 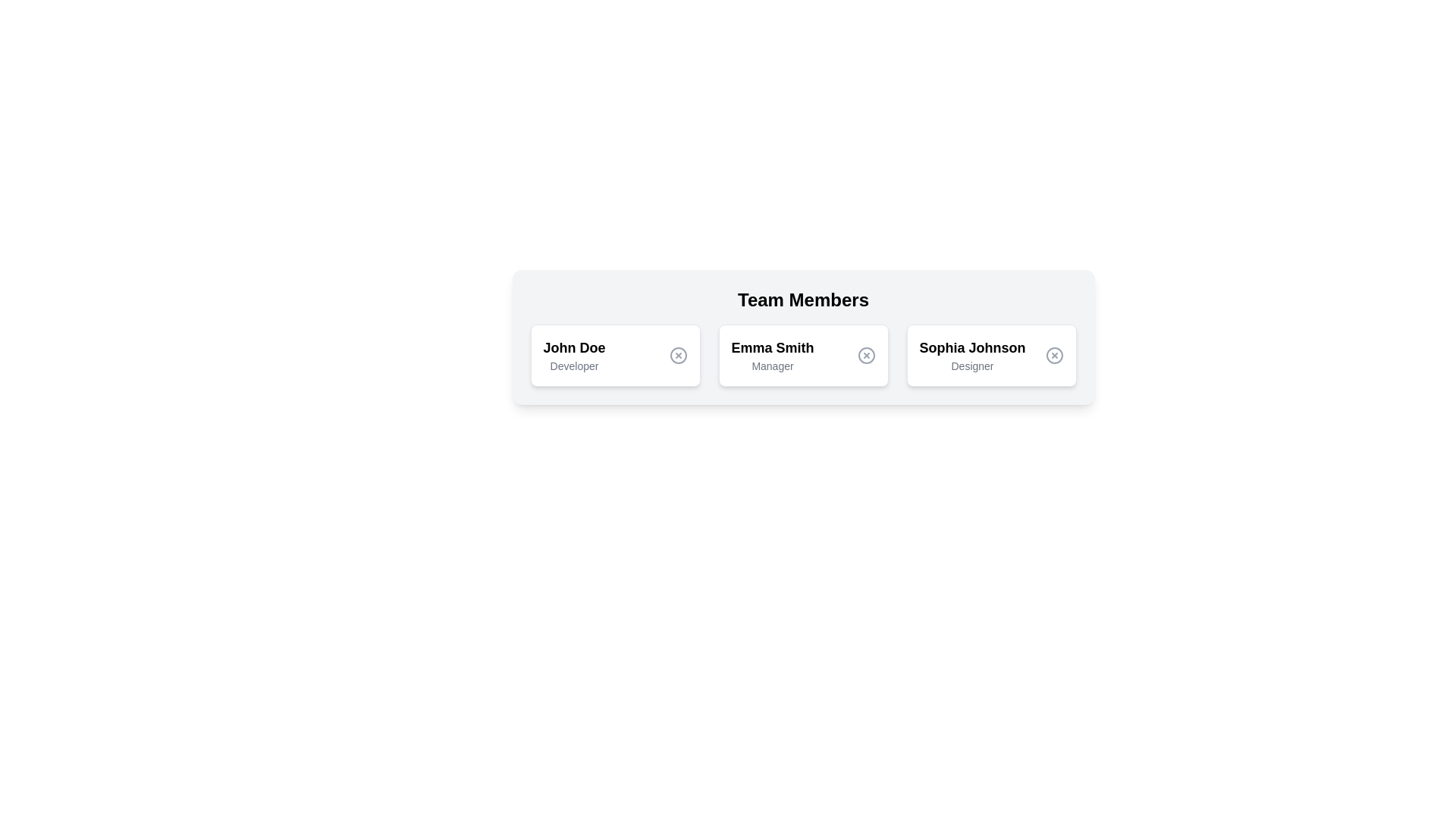 I want to click on the profile card of Sophia Johnson, so click(x=991, y=356).